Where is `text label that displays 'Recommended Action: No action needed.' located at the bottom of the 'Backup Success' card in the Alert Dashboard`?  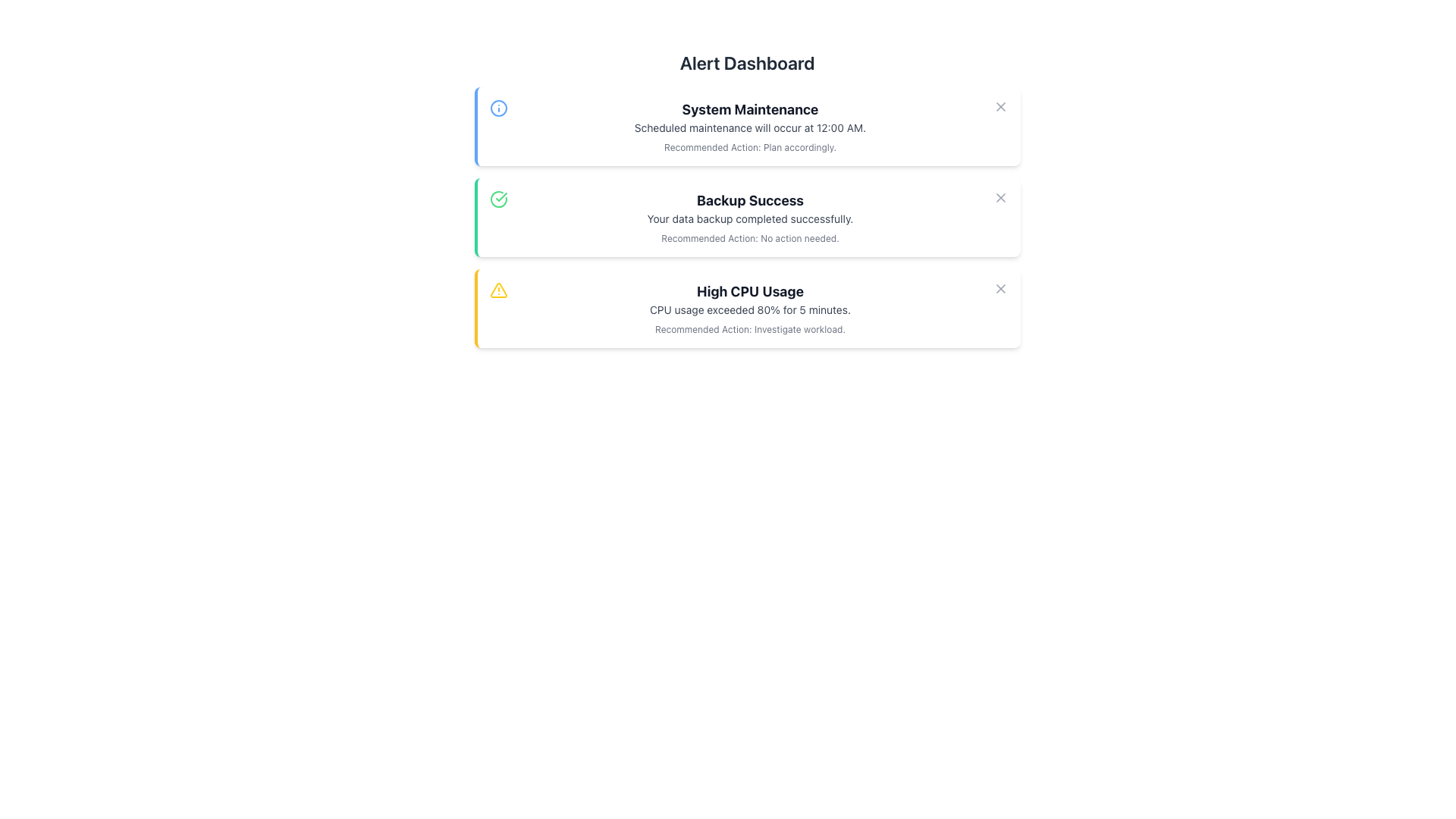 text label that displays 'Recommended Action: No action needed.' located at the bottom of the 'Backup Success' card in the Alert Dashboard is located at coordinates (750, 239).